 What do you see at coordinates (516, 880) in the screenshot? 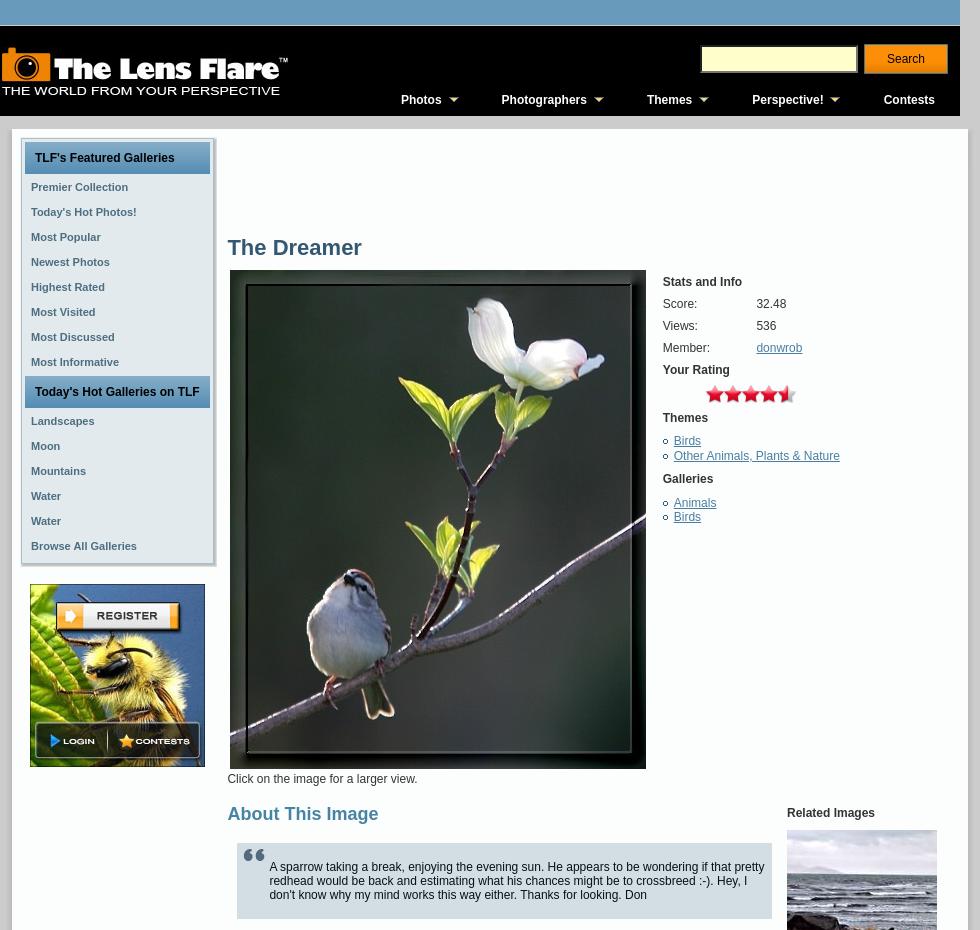
I see `'A sparrow taking a break, enjoying the evening sun. He appears to be wondering if that pretty redhead would be back and estimating what his chances might be to crossbreed :-). Hey, I don't know why my mind works this way either. Thanks for looking. Don'` at bounding box center [516, 880].